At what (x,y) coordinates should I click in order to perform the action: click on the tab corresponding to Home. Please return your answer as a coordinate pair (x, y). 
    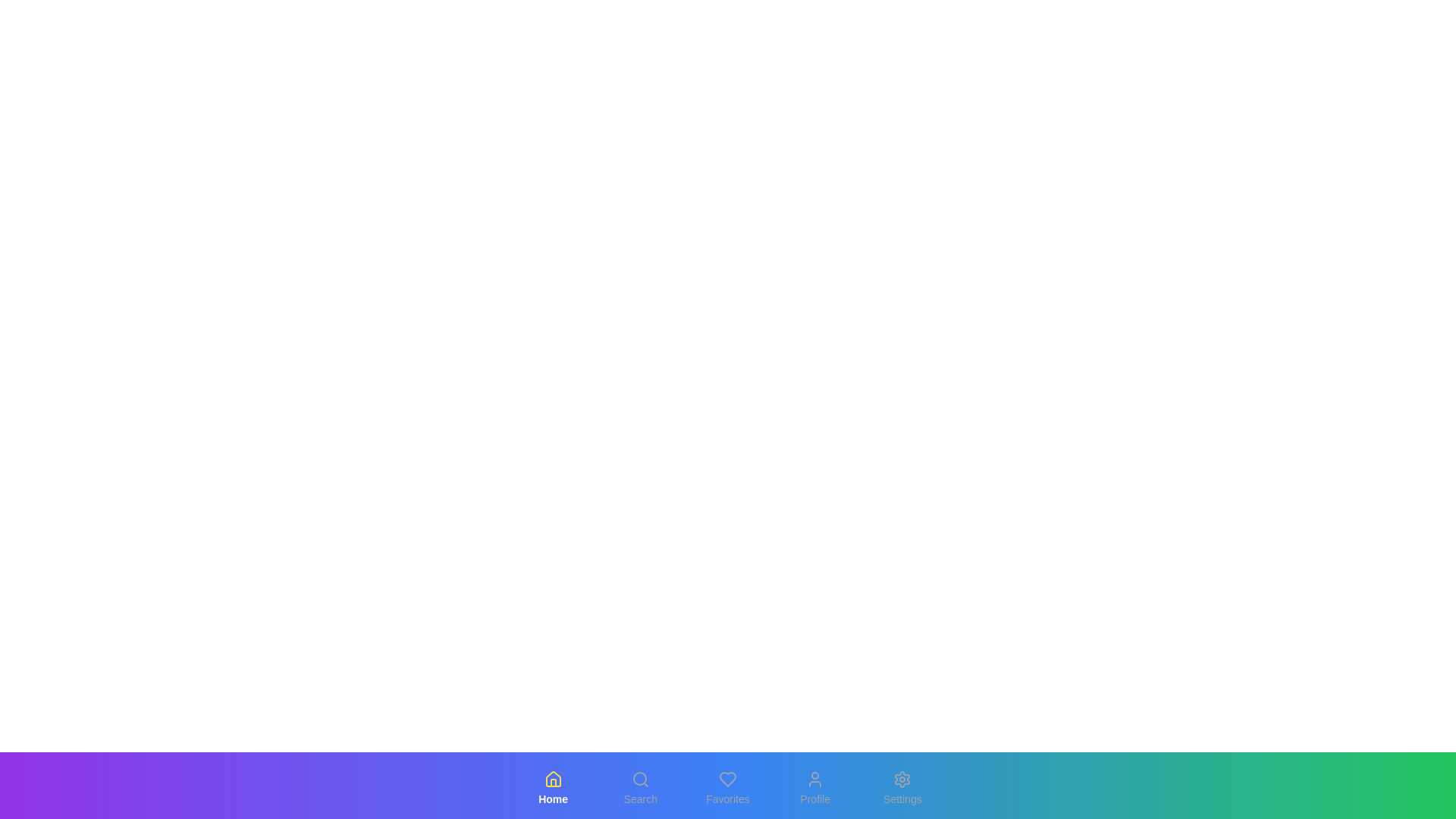
    Looking at the image, I should click on (552, 788).